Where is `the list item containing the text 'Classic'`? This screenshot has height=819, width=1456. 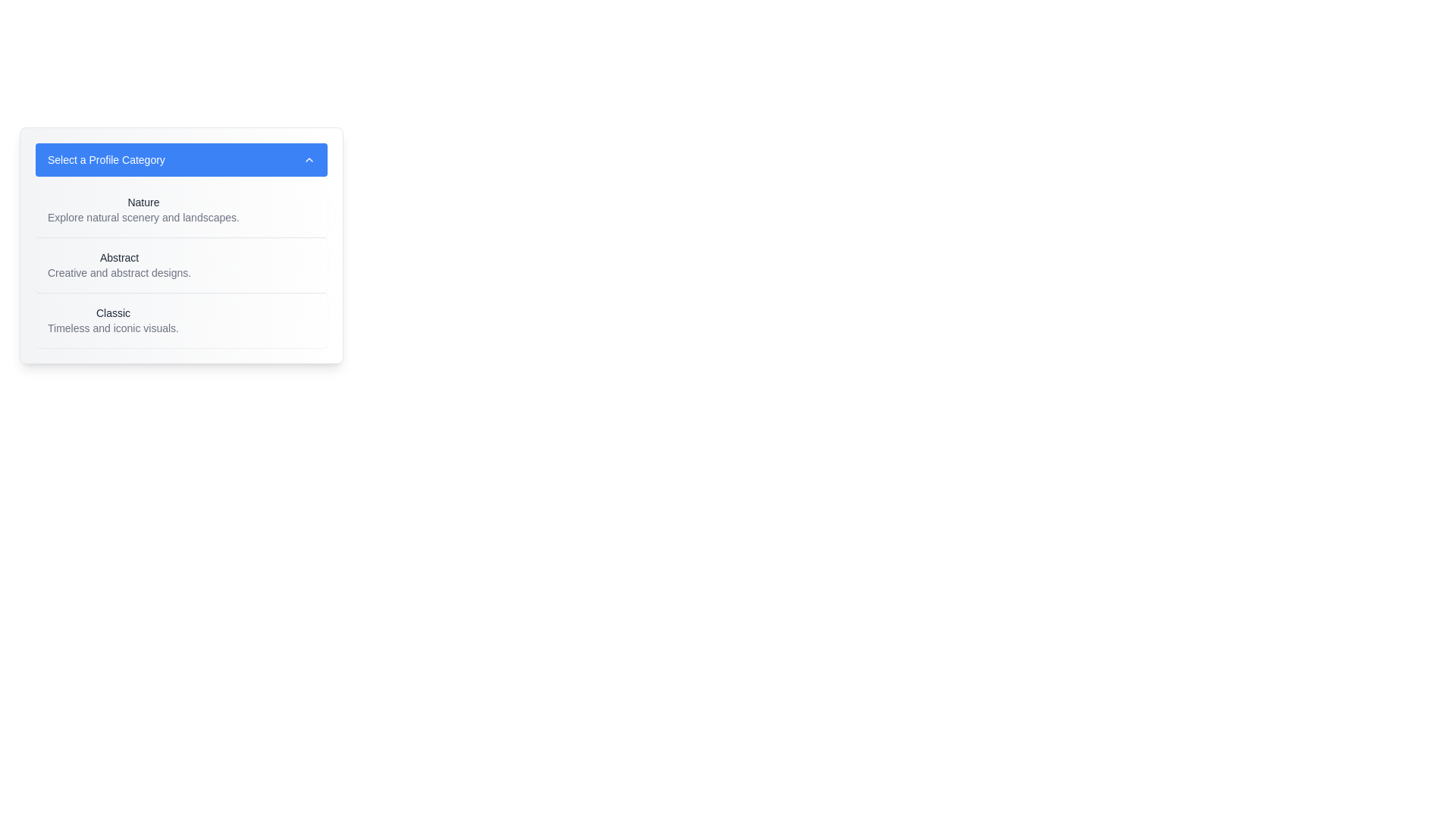 the list item containing the text 'Classic' is located at coordinates (181, 319).